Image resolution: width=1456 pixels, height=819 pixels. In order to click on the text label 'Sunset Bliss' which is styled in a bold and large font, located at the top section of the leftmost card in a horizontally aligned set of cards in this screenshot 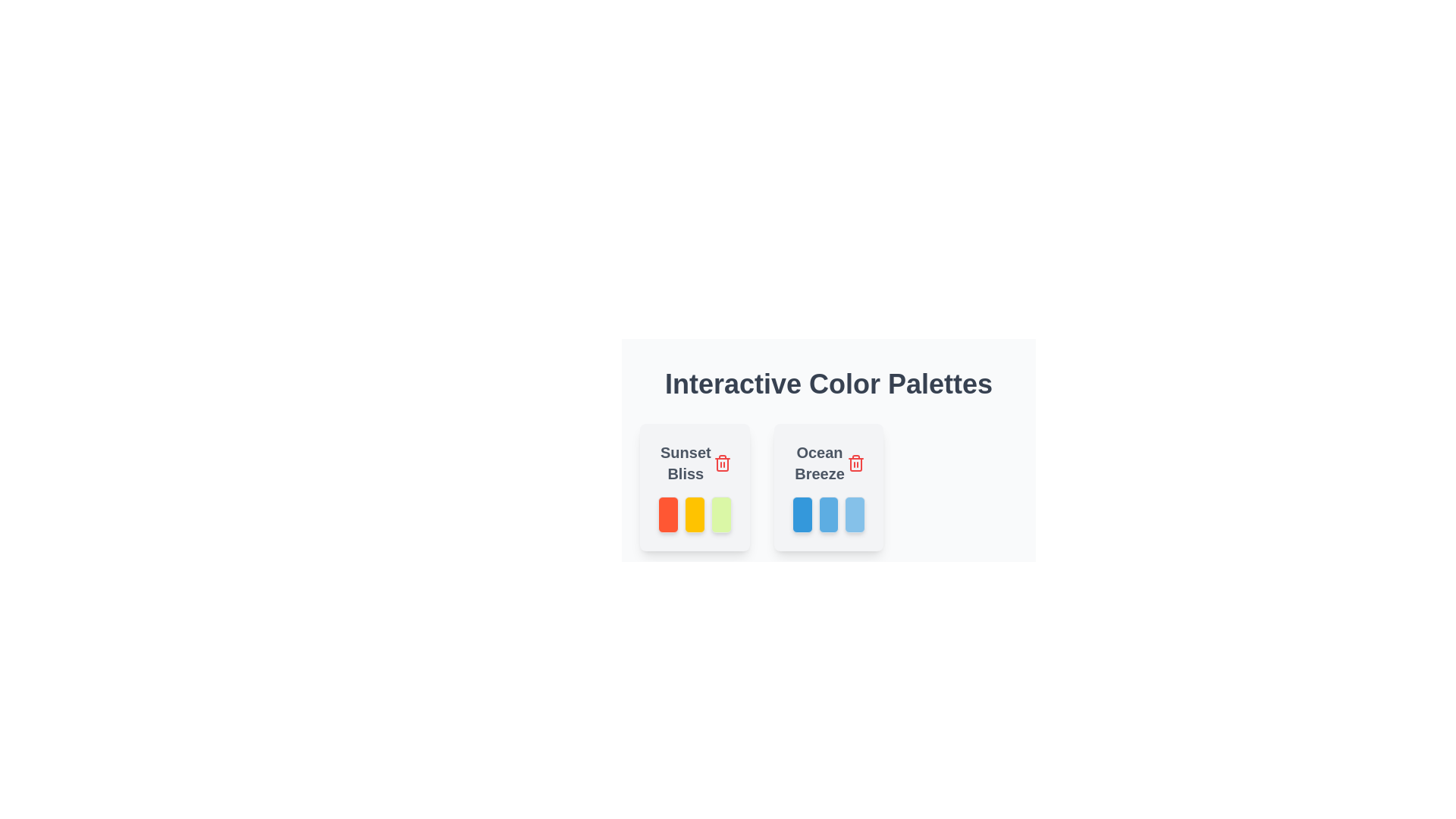, I will do `click(694, 462)`.